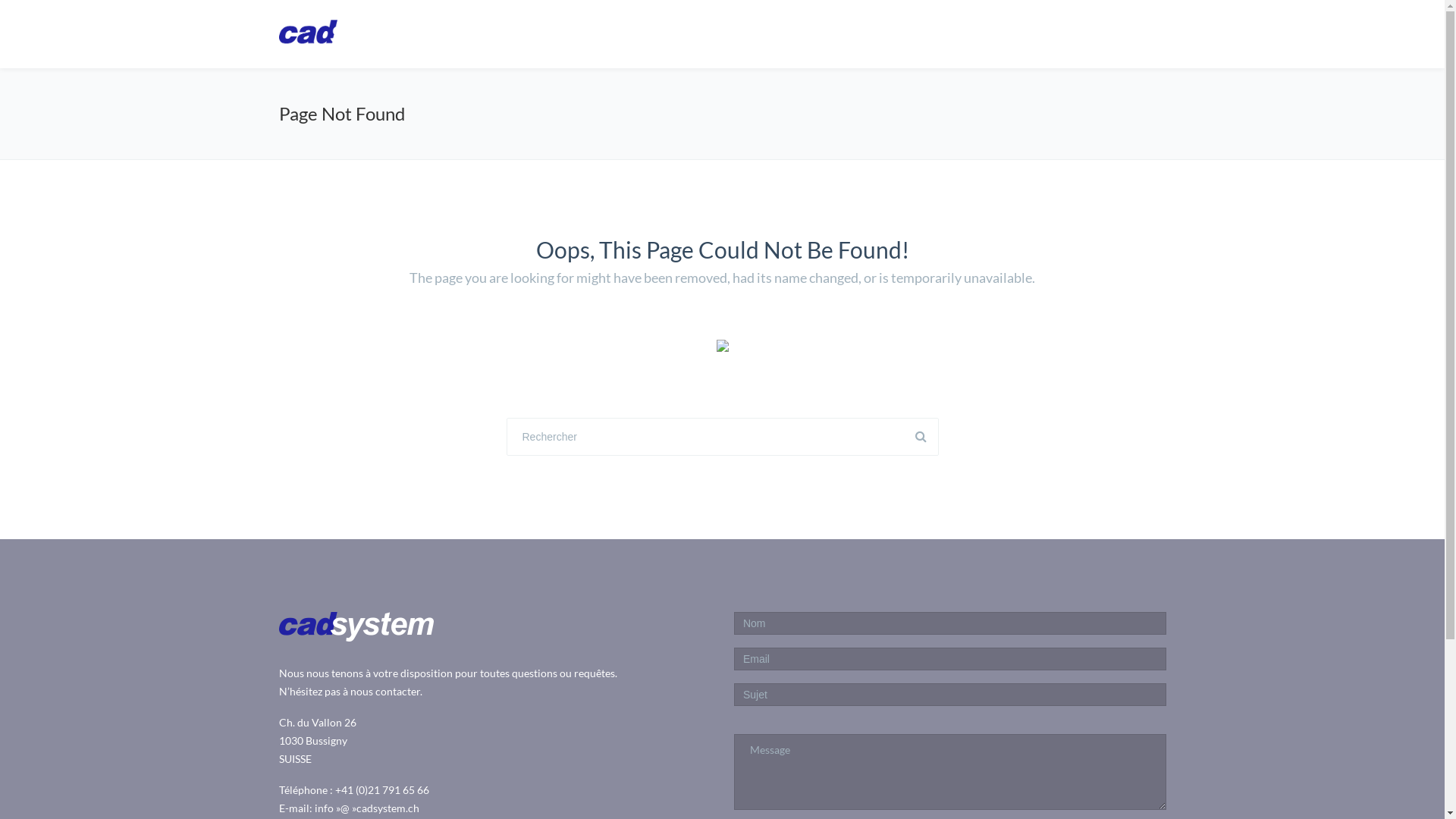 This screenshot has width=1456, height=819. I want to click on 'Services', so click(993, 33).